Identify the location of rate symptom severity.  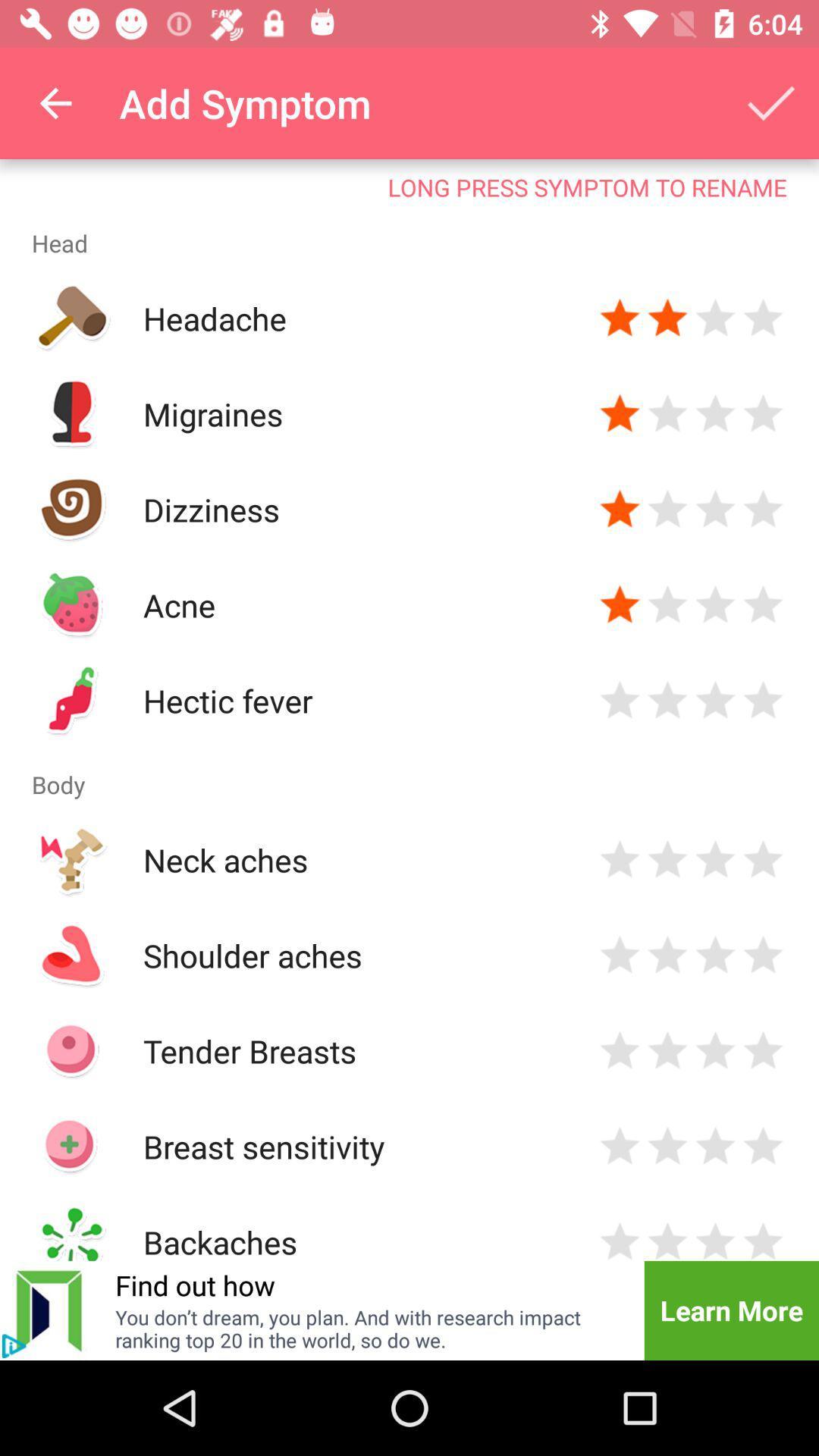
(667, 318).